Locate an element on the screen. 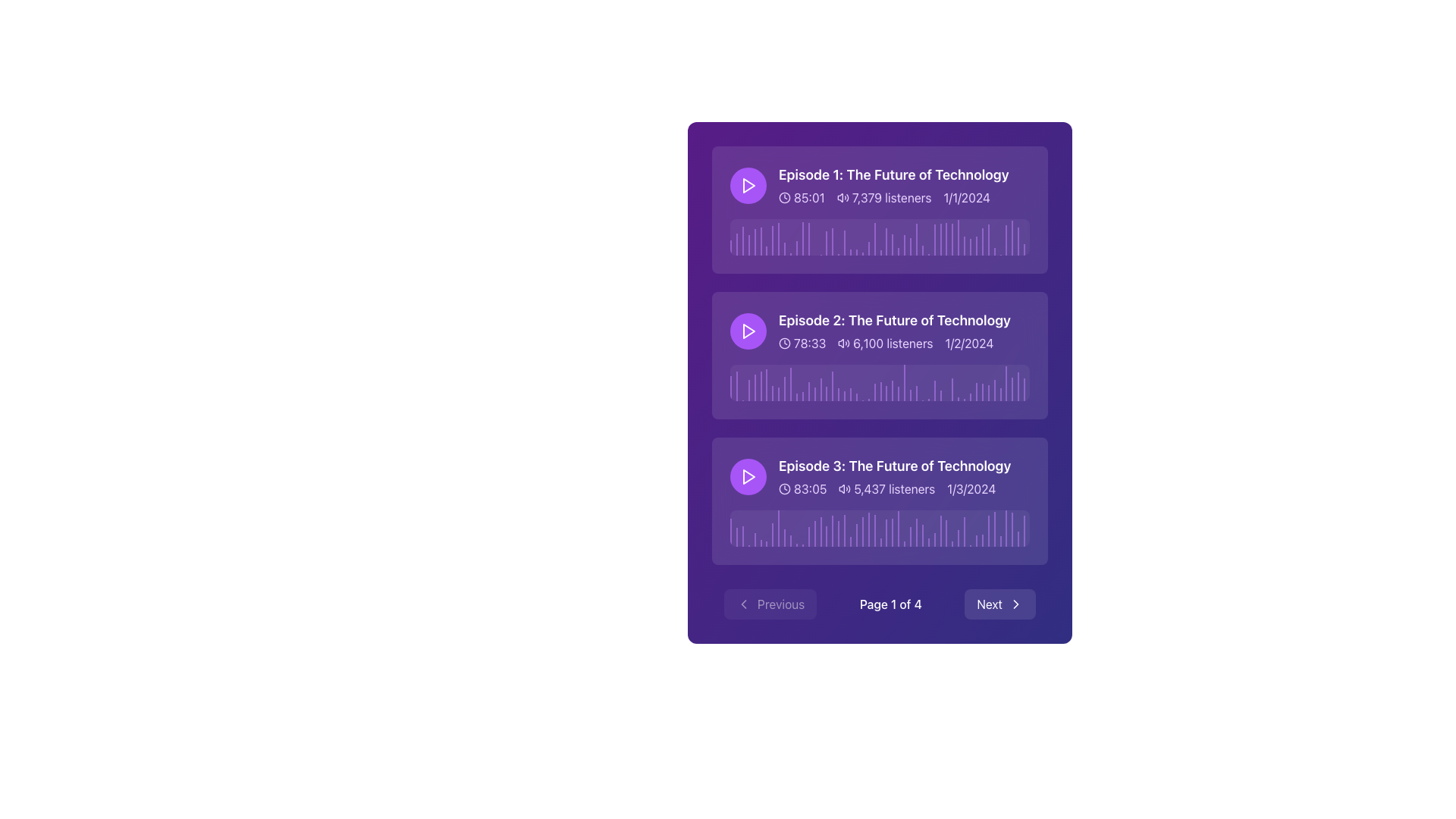 This screenshot has height=819, width=1456. the 44th indicator bar in the horizontal sequence, which visually indicates a specific value in the progress or waveform display is located at coordinates (988, 239).